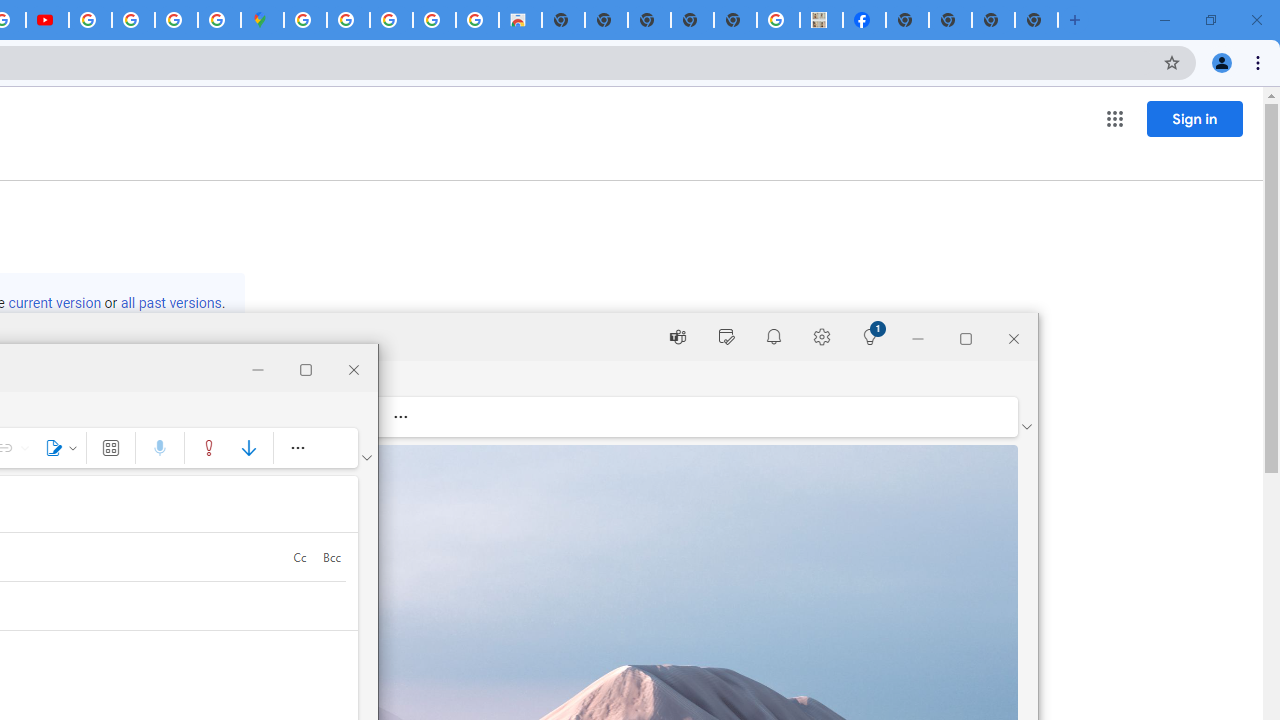  Describe the element at coordinates (332, 556) in the screenshot. I see `'Bcc'` at that location.